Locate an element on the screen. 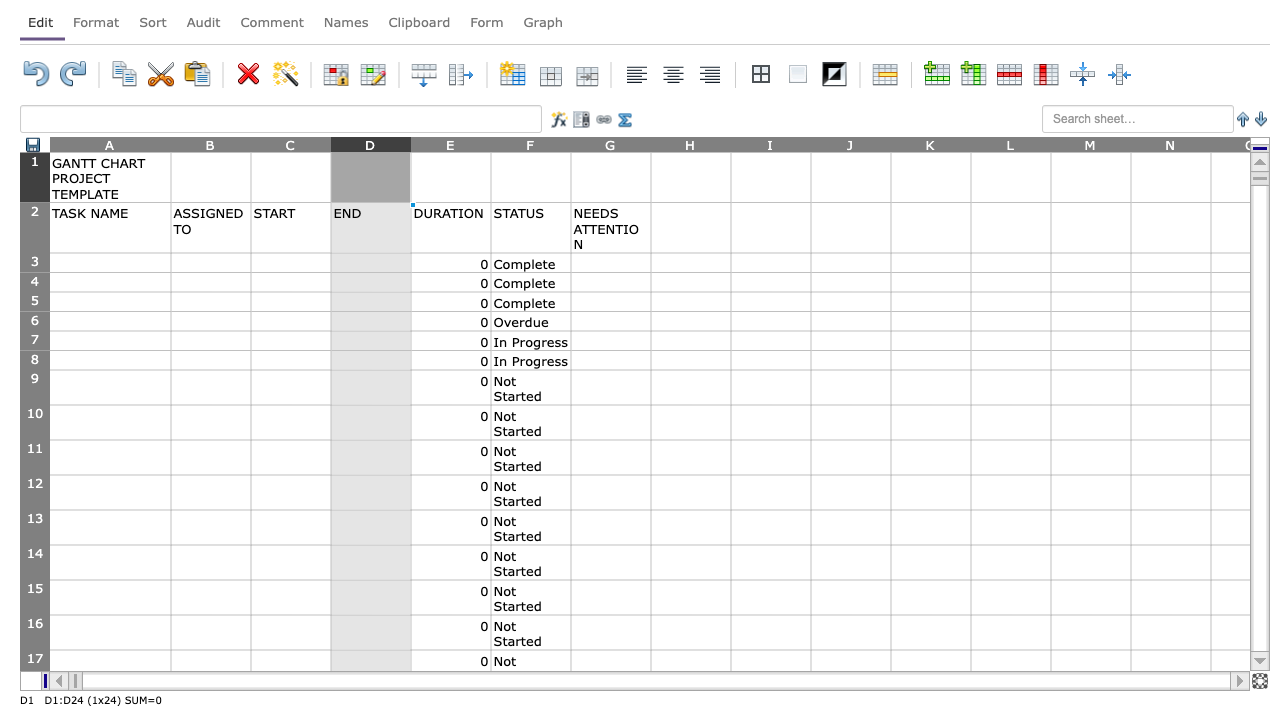 The width and height of the screenshot is (1280, 720). the width adjustment handle for column E is located at coordinates (491, 143).